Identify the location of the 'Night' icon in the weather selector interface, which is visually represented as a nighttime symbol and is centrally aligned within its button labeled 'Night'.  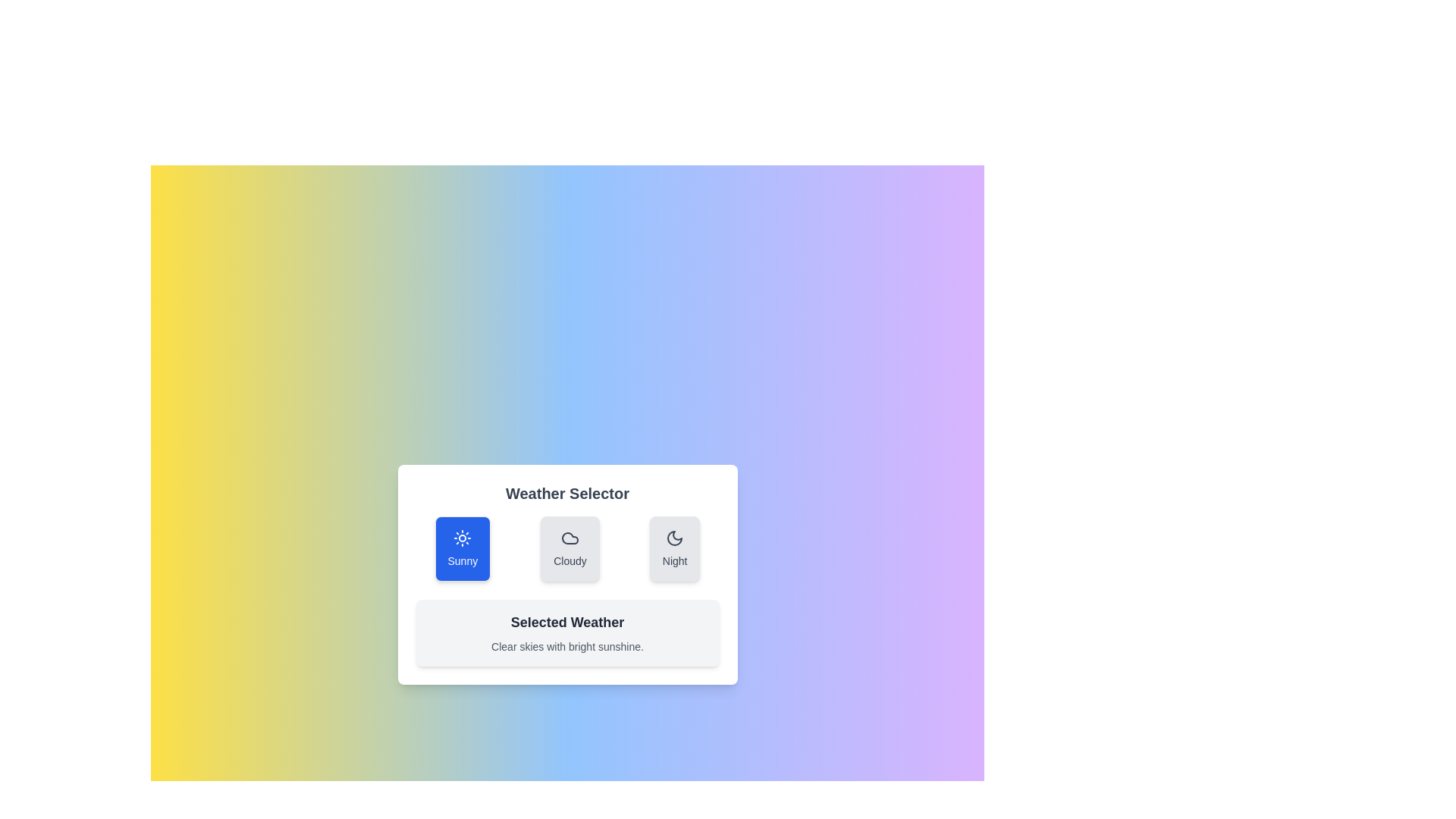
(674, 537).